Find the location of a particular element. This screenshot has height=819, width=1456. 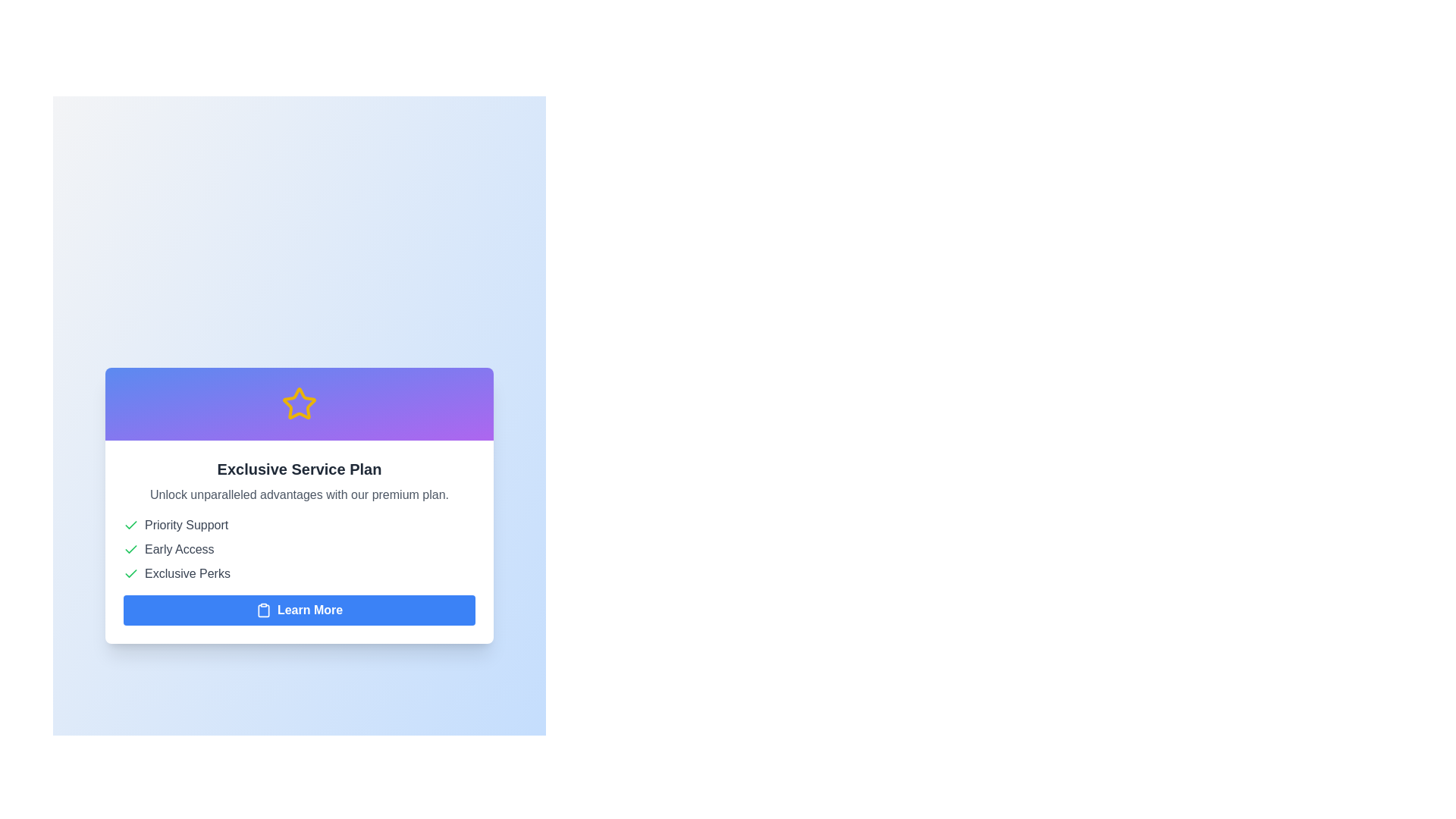

the Checkmark icon that indicates 'Early Access' is selected, located near the top-left corner of the group with 'Early Access' text is located at coordinates (130, 550).